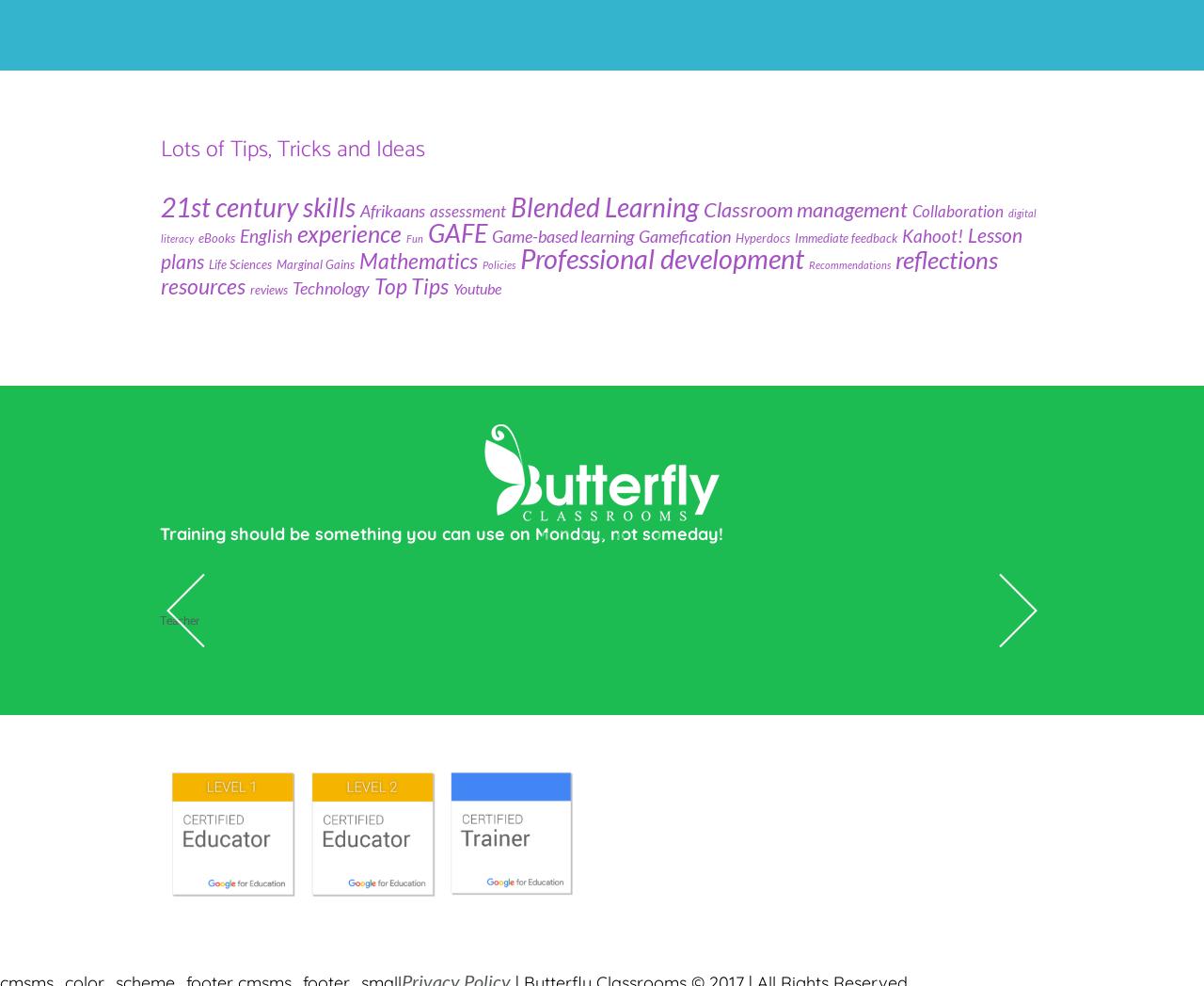  I want to click on 'resources', so click(202, 283).